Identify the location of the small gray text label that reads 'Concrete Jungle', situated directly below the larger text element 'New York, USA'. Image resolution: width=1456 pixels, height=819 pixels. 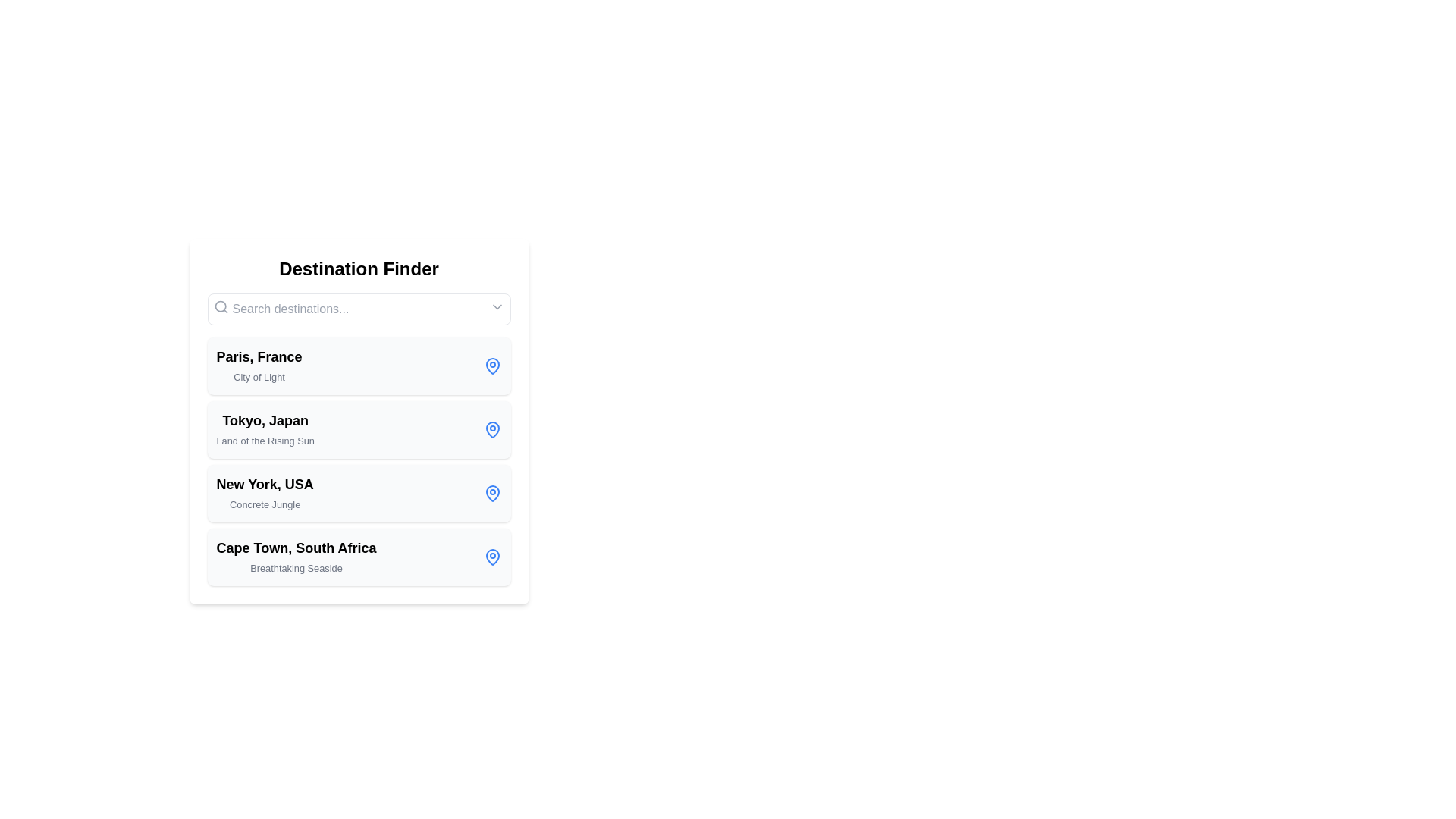
(265, 504).